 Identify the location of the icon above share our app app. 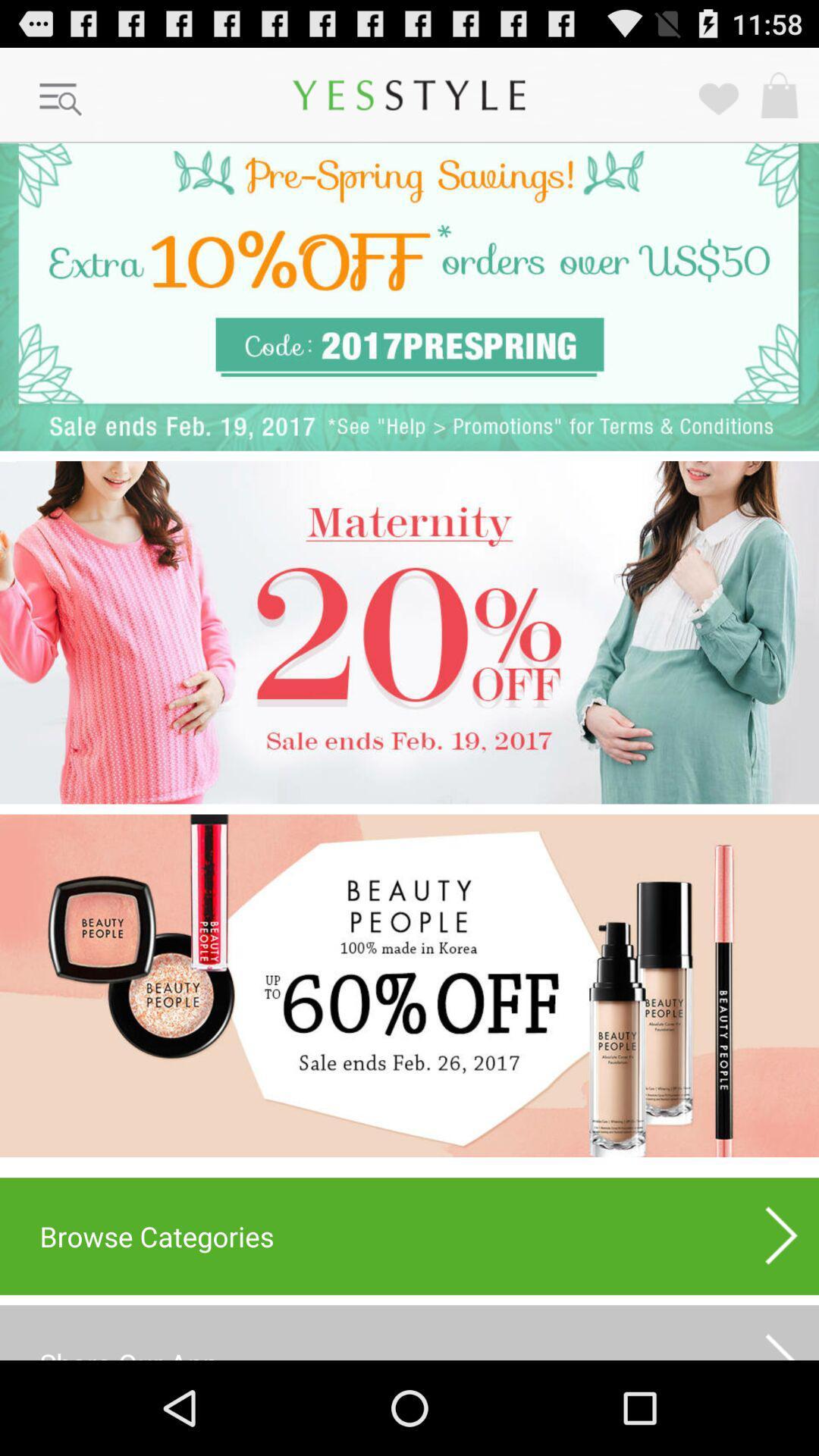
(409, 1236).